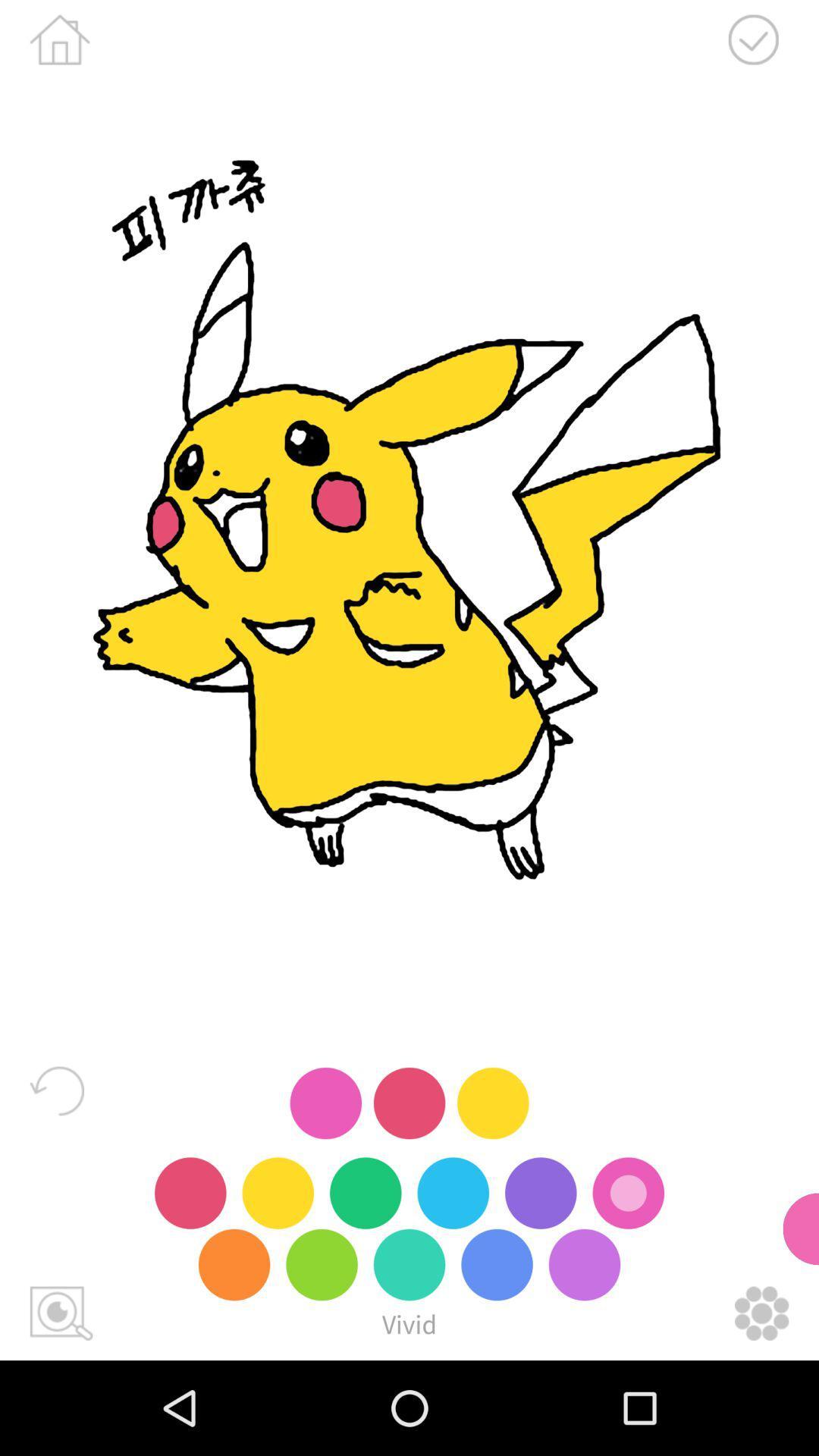 The height and width of the screenshot is (1456, 819). Describe the element at coordinates (56, 1090) in the screenshot. I see `refresh` at that location.